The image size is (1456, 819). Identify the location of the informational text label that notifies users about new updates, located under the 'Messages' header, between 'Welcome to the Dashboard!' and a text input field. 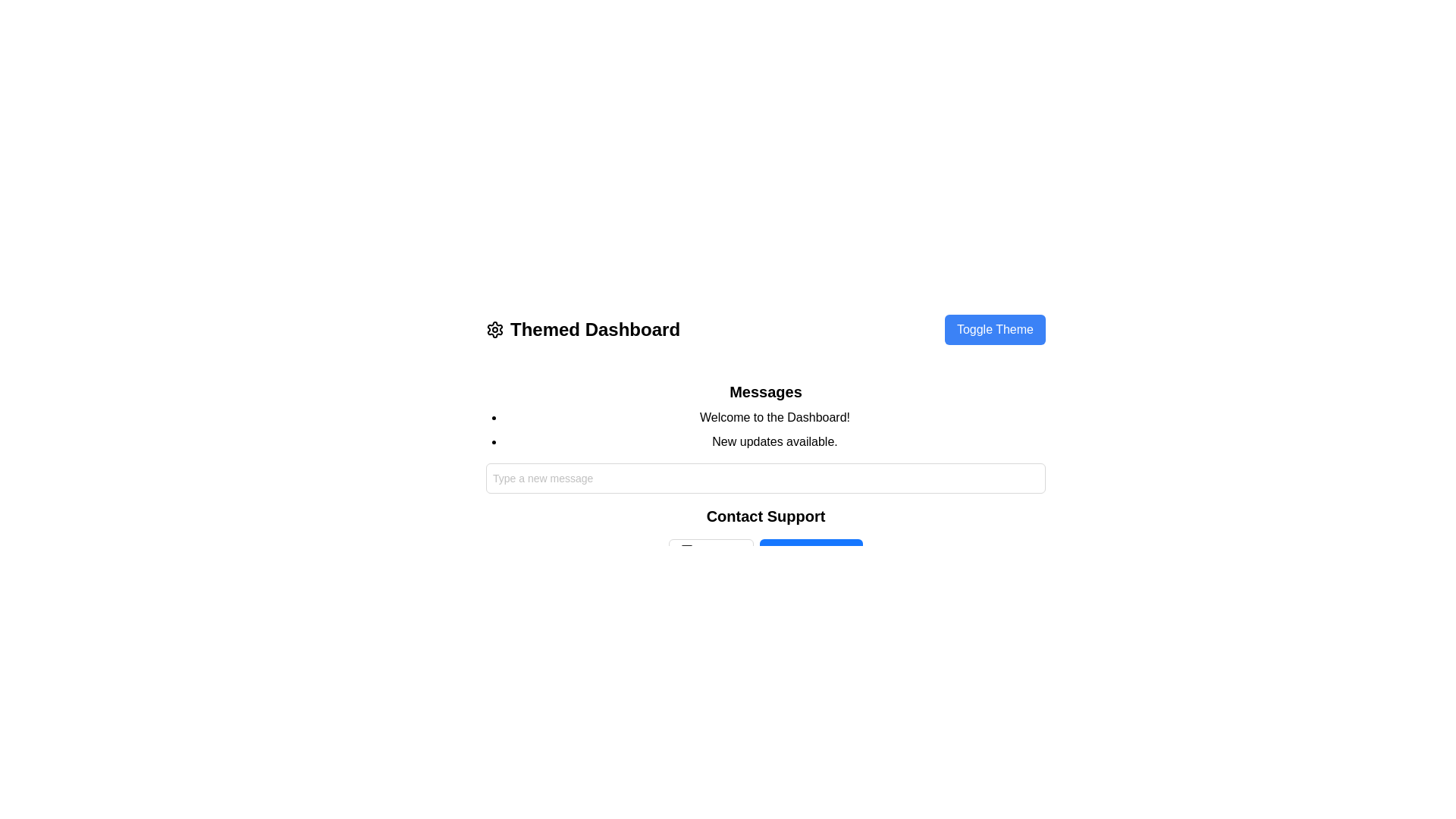
(775, 441).